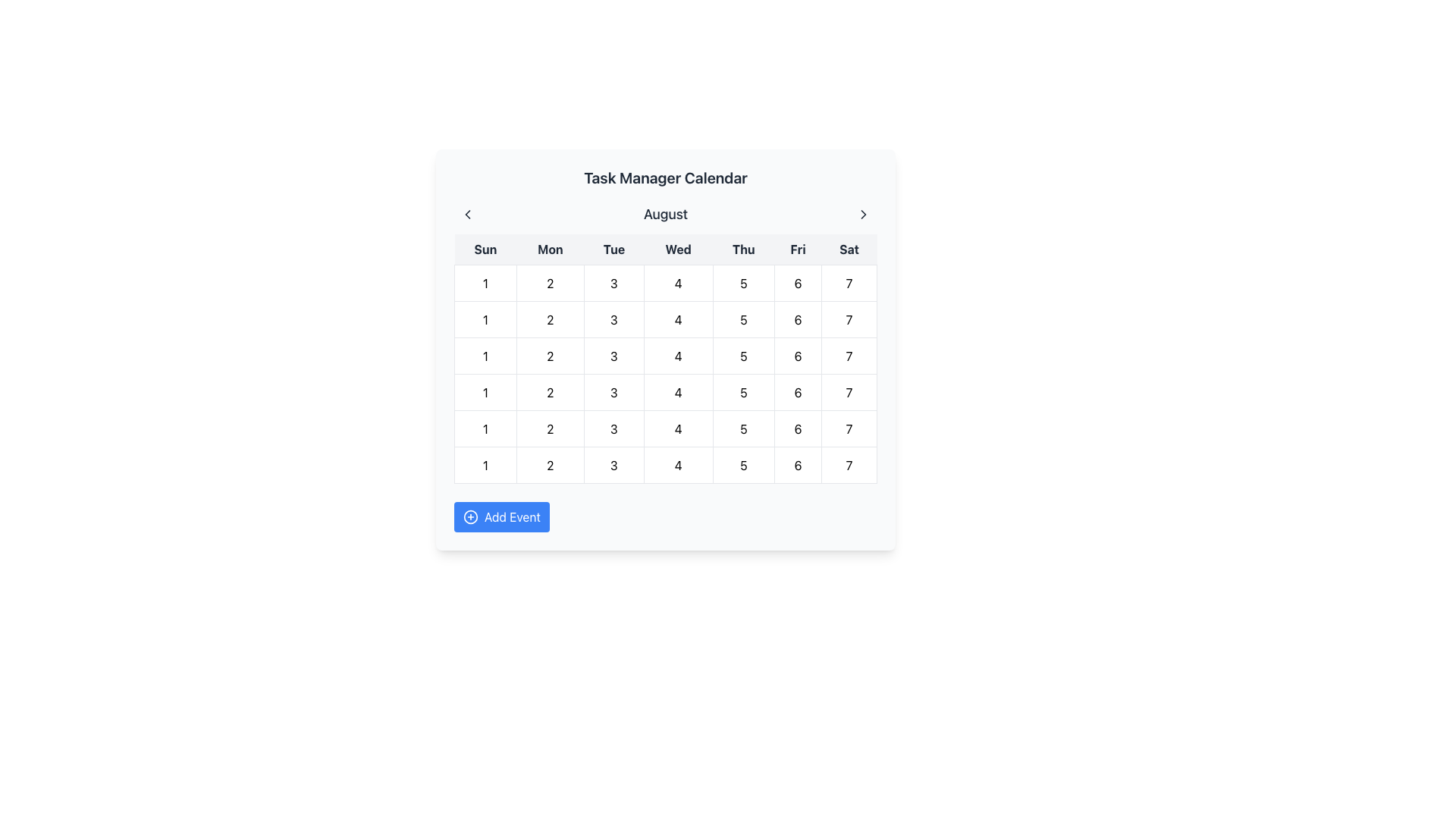  I want to click on the grid cell representing the 1st of the month, so click(485, 318).